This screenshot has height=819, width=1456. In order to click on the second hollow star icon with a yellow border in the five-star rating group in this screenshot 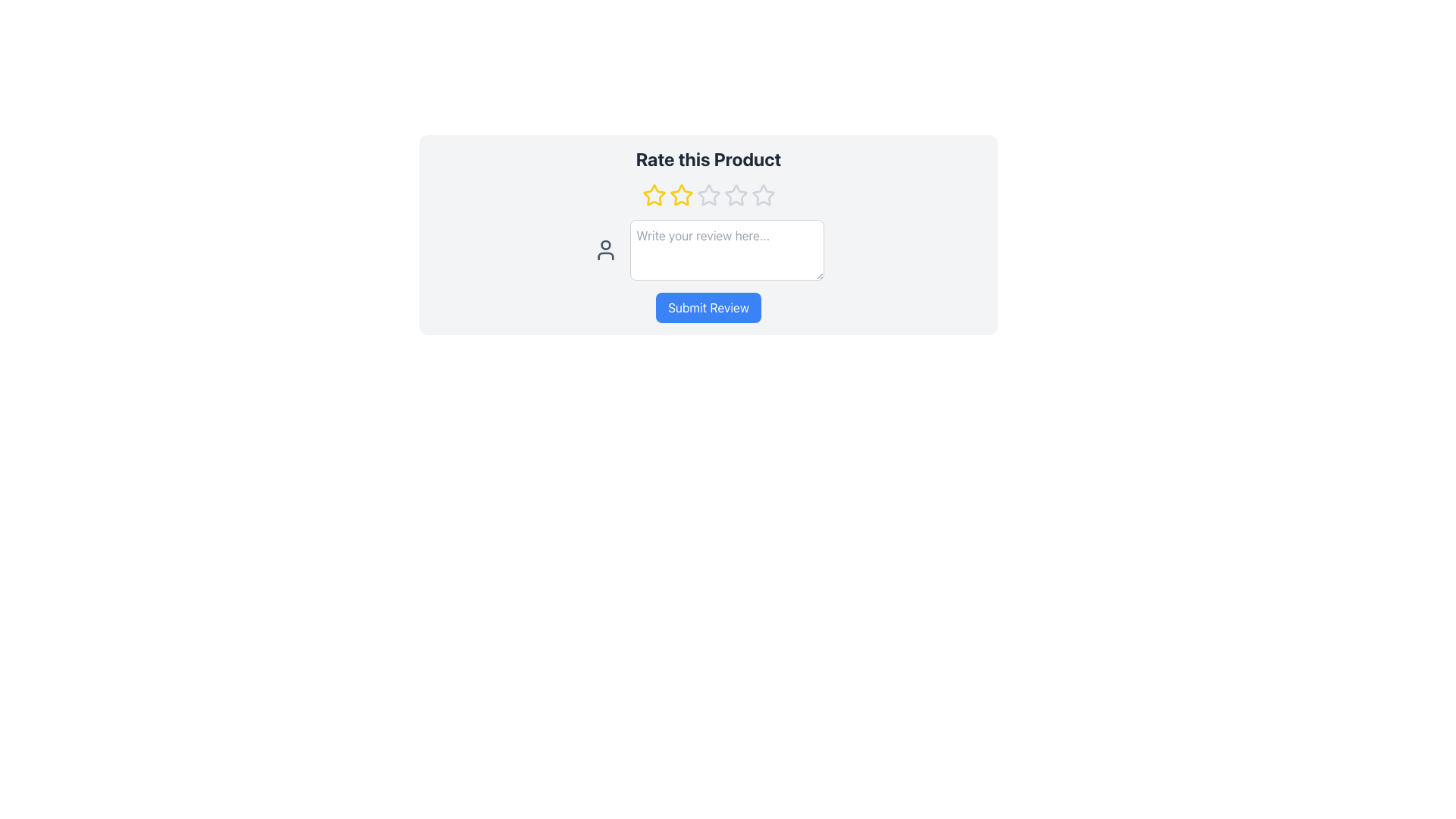, I will do `click(680, 194)`.